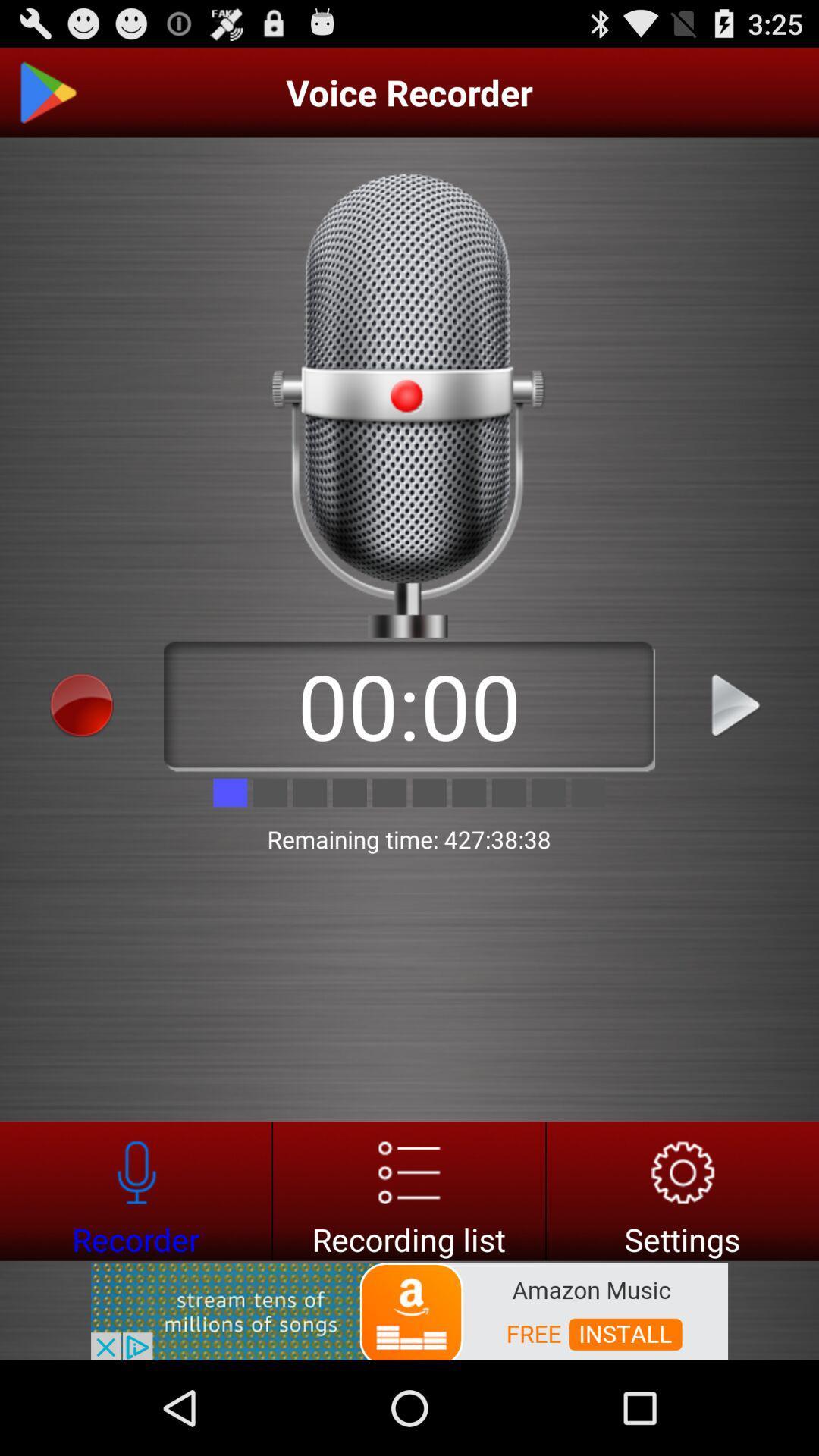 The height and width of the screenshot is (1456, 819). I want to click on microphone recorder, so click(135, 1190).